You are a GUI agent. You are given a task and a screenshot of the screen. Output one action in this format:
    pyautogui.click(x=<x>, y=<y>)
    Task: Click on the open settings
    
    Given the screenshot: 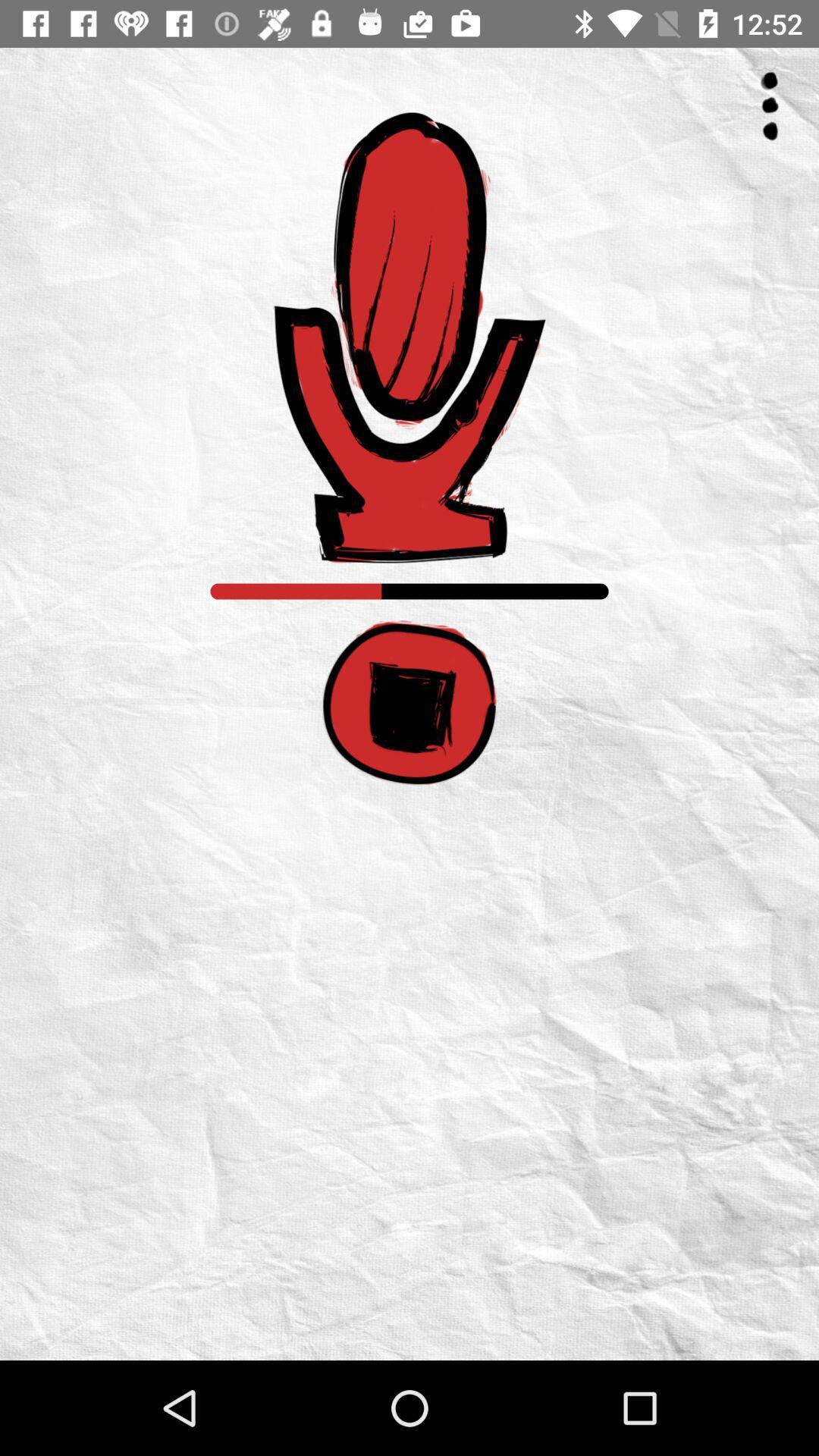 What is the action you would take?
    pyautogui.click(x=770, y=105)
    